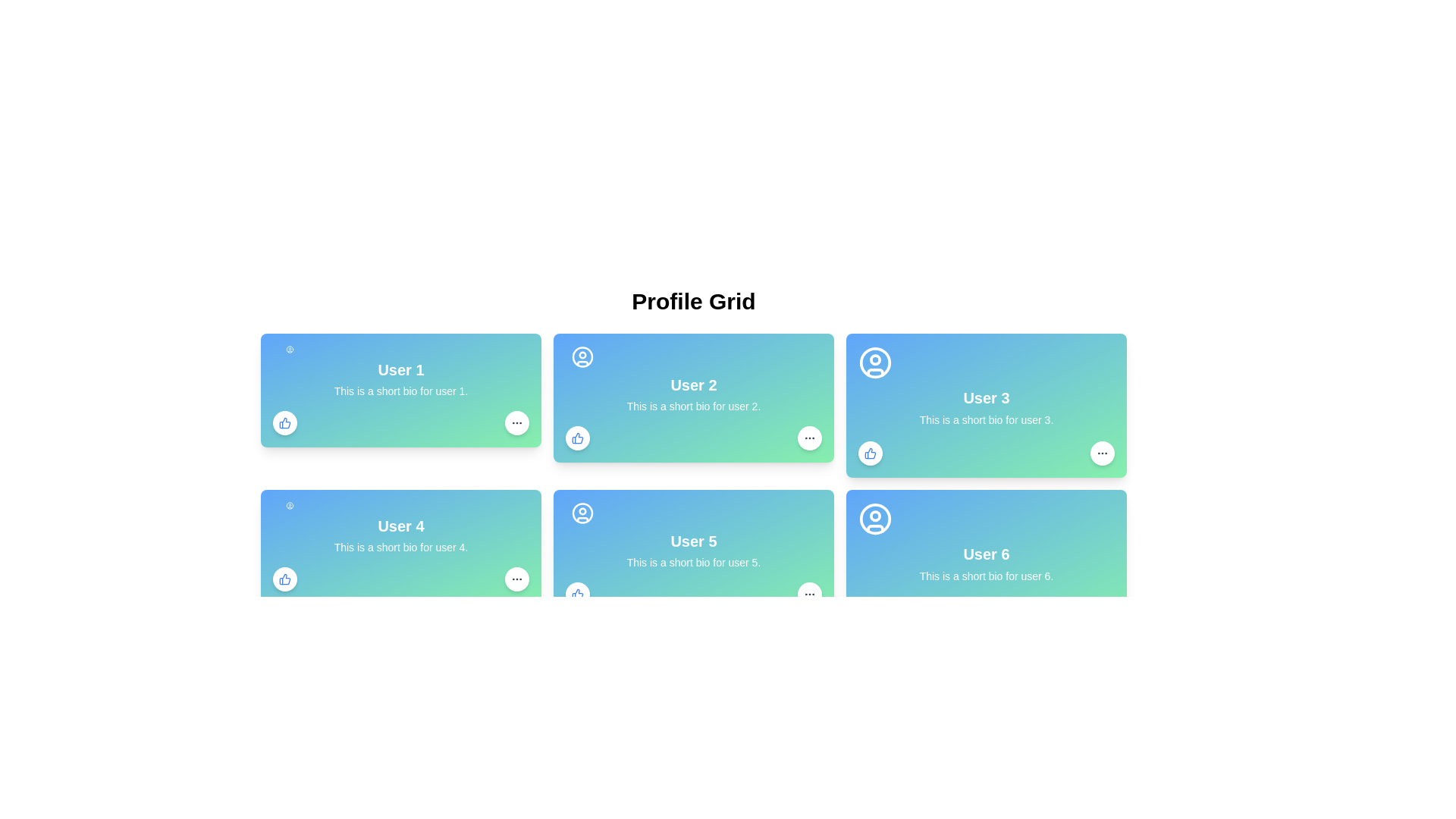 This screenshot has width=1456, height=819. What do you see at coordinates (577, 593) in the screenshot?
I see `the thumbs-up icon located at the lower-left corner of the card labeled 'User 5' to express approval` at bounding box center [577, 593].